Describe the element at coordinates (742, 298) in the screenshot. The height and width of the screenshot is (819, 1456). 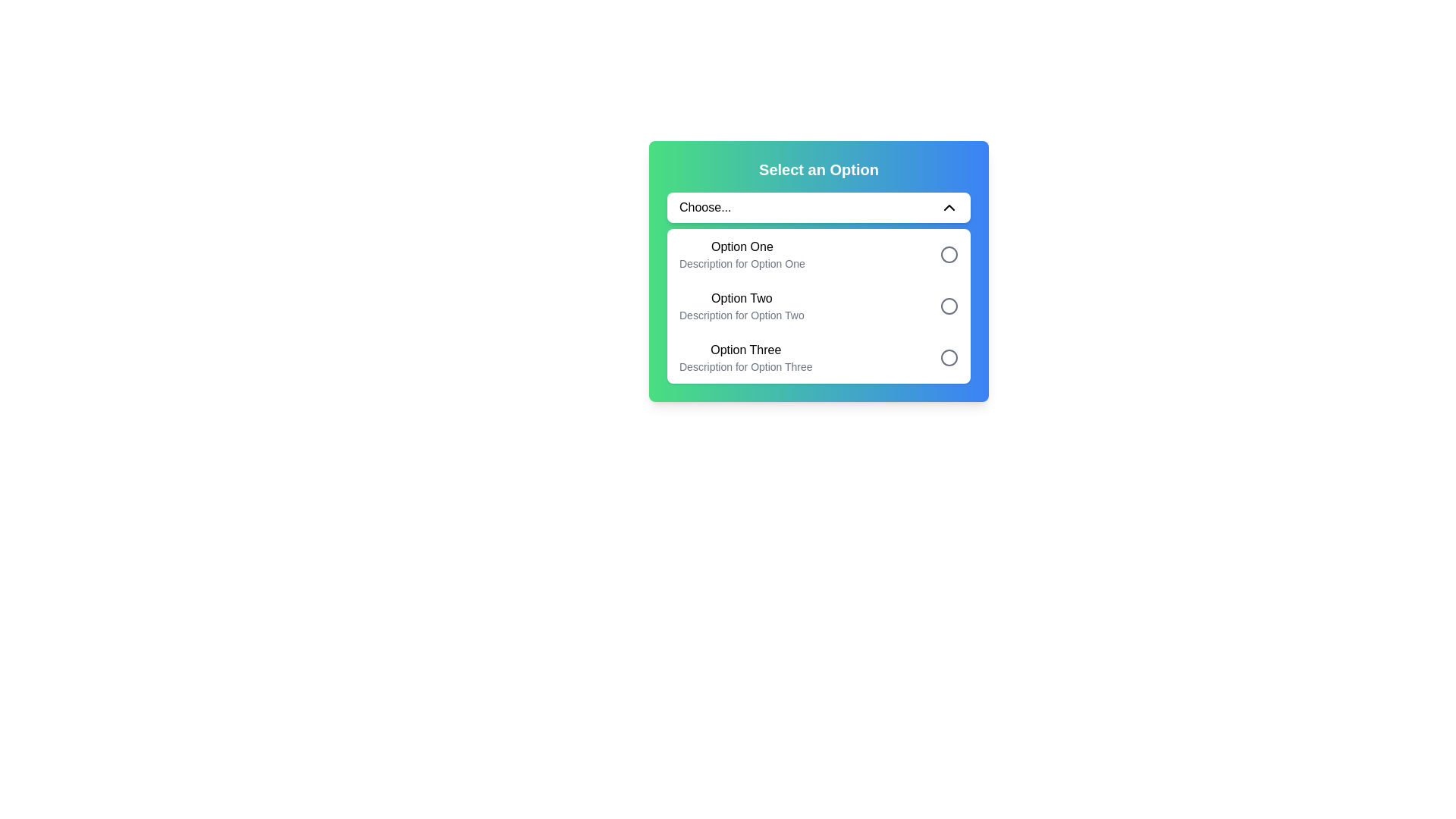
I see `the text label representing 'Option Two' in the dropdown menu` at that location.